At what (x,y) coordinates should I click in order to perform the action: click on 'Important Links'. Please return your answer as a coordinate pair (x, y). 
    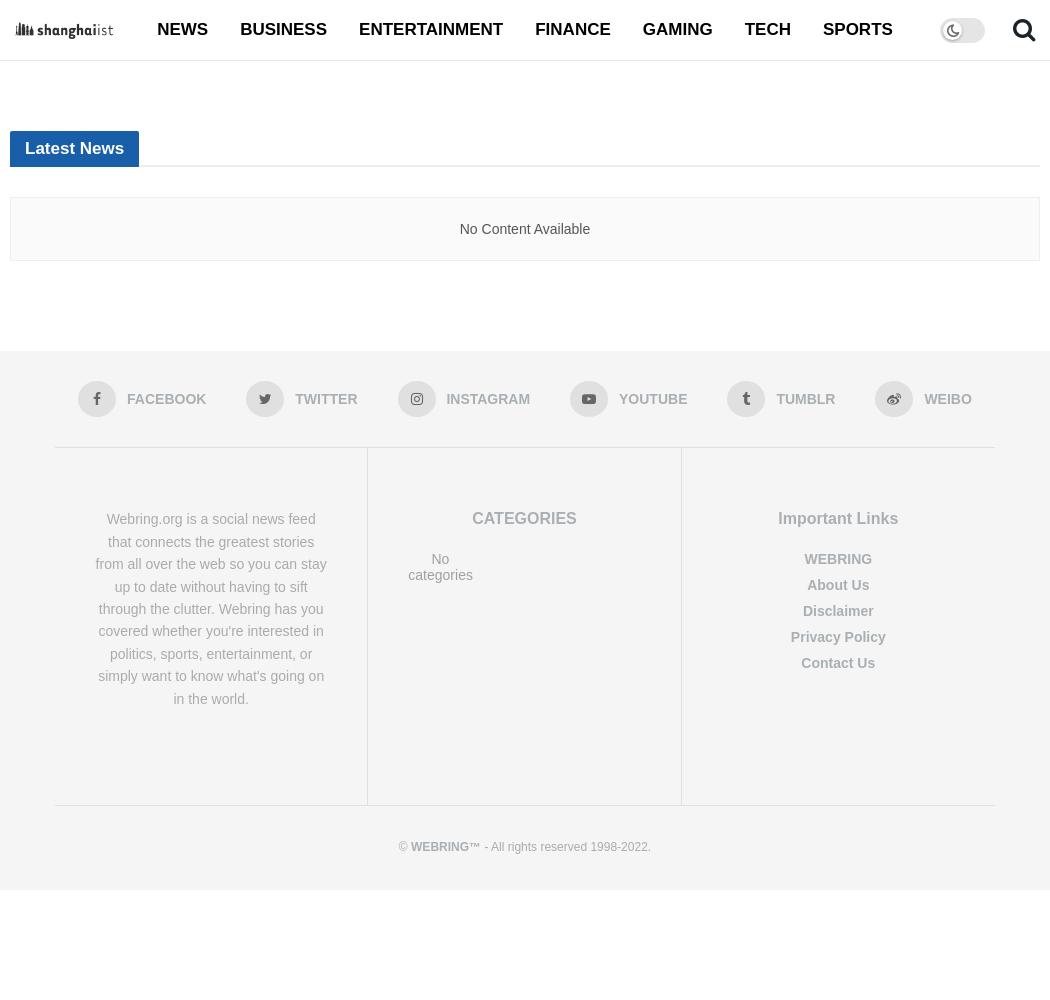
    Looking at the image, I should click on (778, 518).